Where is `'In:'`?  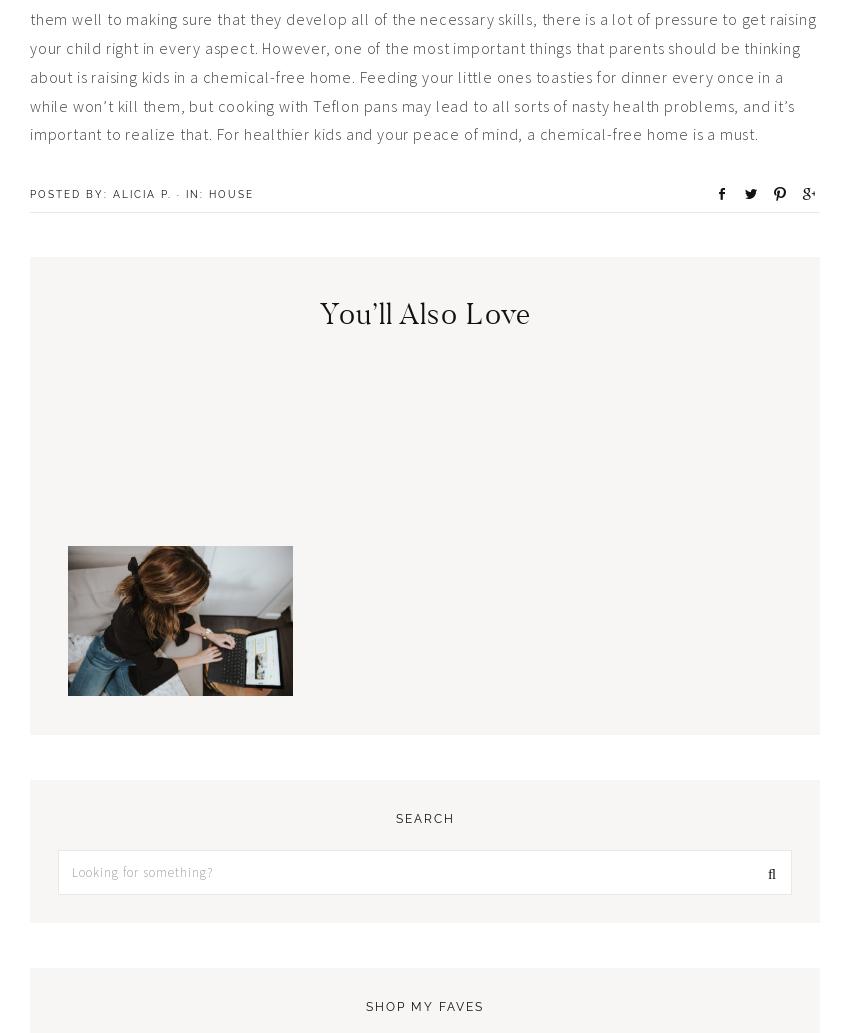 'In:' is located at coordinates (196, 193).